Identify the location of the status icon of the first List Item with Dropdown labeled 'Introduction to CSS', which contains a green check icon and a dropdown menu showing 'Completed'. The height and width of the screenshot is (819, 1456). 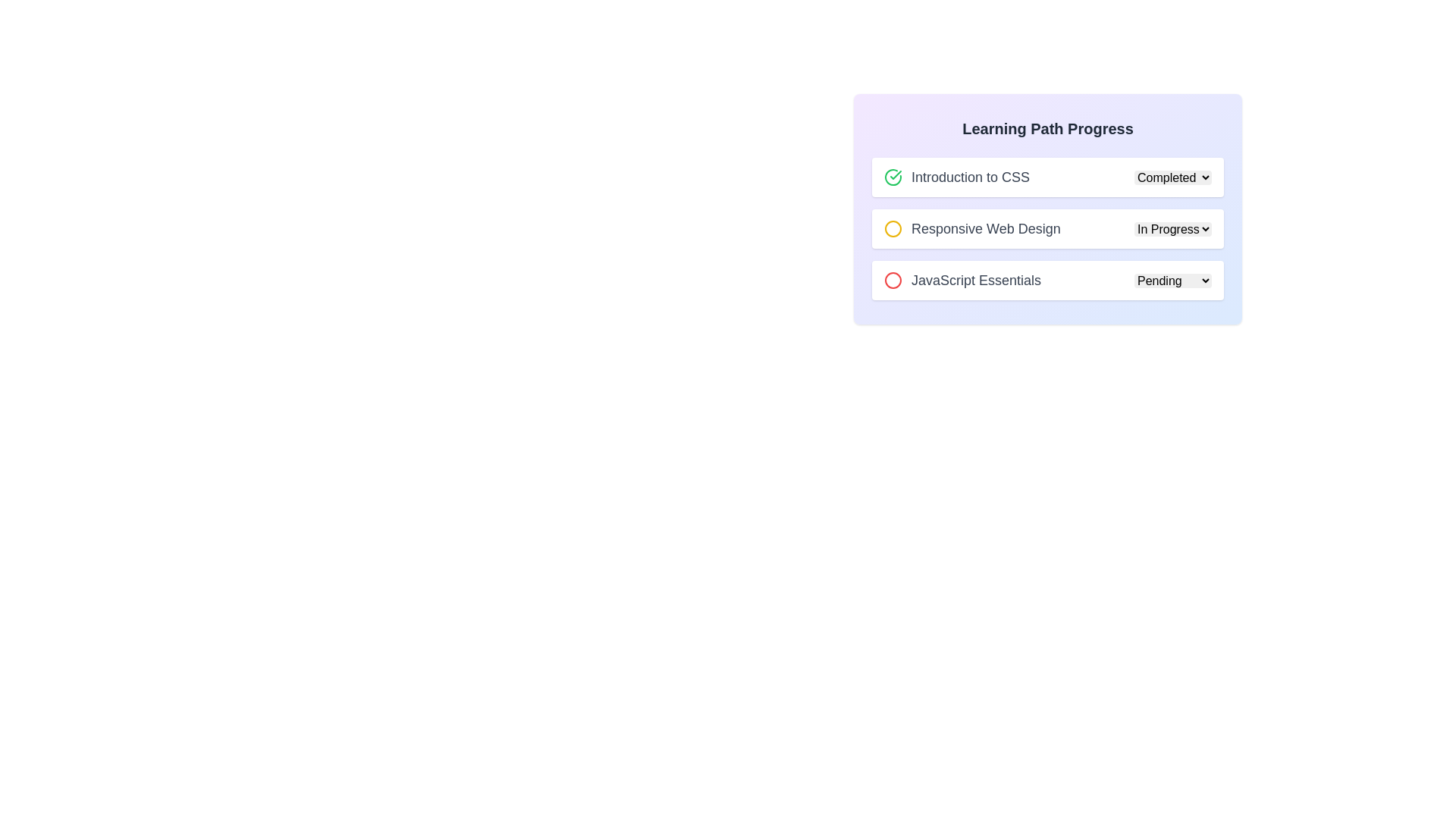
(1047, 177).